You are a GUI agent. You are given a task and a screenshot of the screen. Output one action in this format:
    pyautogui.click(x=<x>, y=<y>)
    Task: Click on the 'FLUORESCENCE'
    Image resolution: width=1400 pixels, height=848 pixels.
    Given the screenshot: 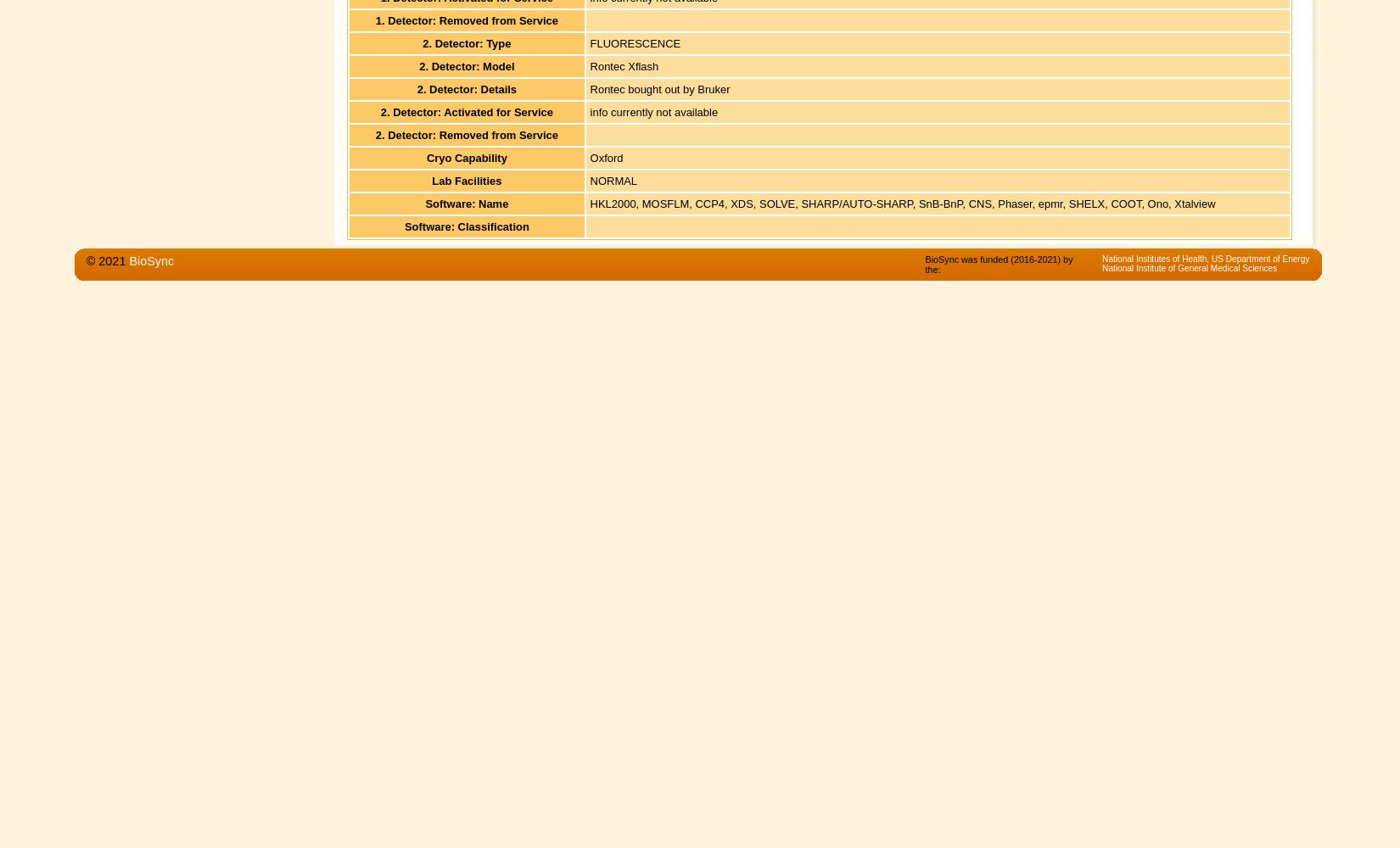 What is the action you would take?
    pyautogui.click(x=588, y=42)
    